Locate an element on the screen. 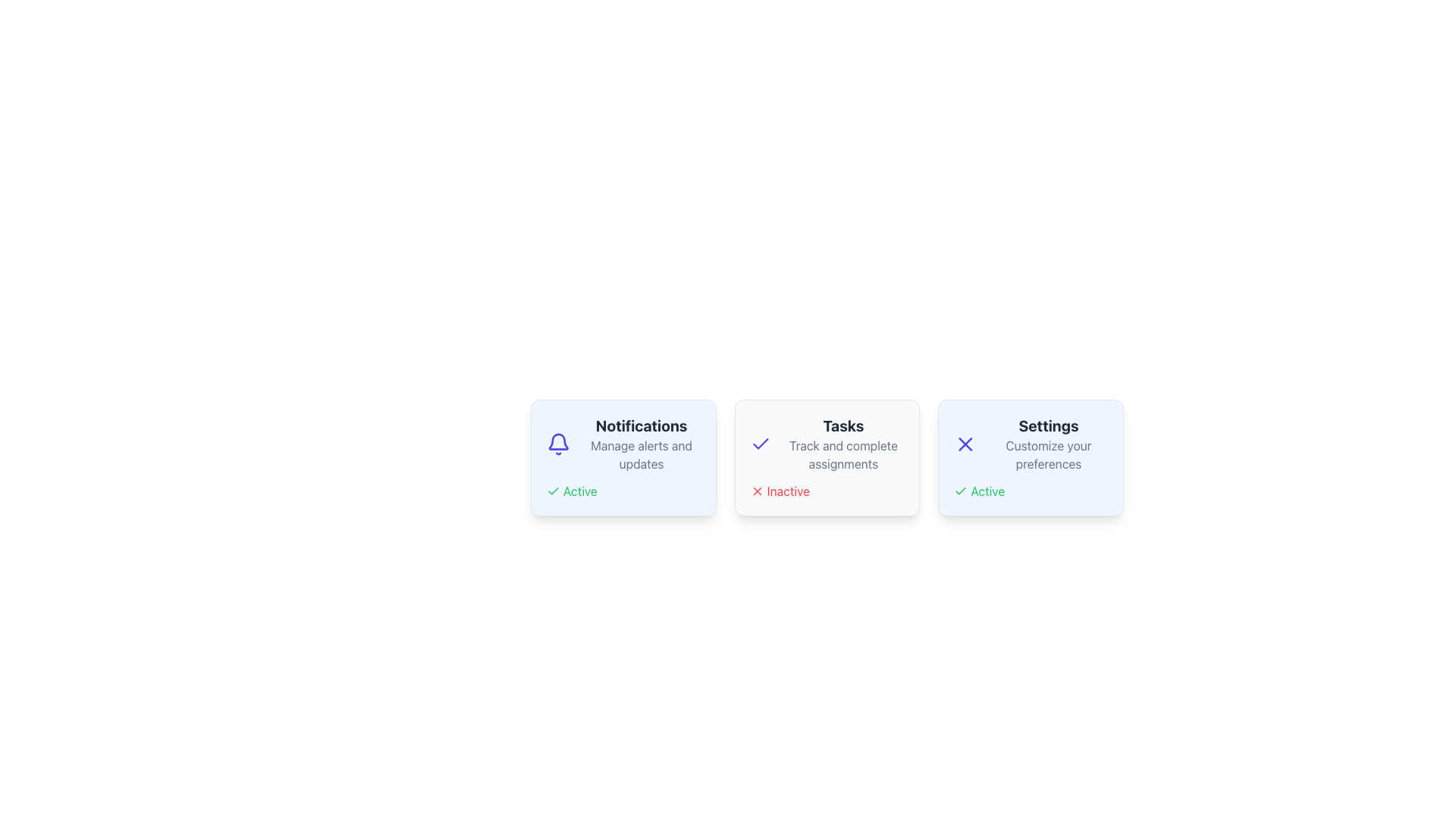 The width and height of the screenshot is (1456, 819). title text label 'Tasks' located at the top of the center card in a three-card layout is located at coordinates (843, 426).